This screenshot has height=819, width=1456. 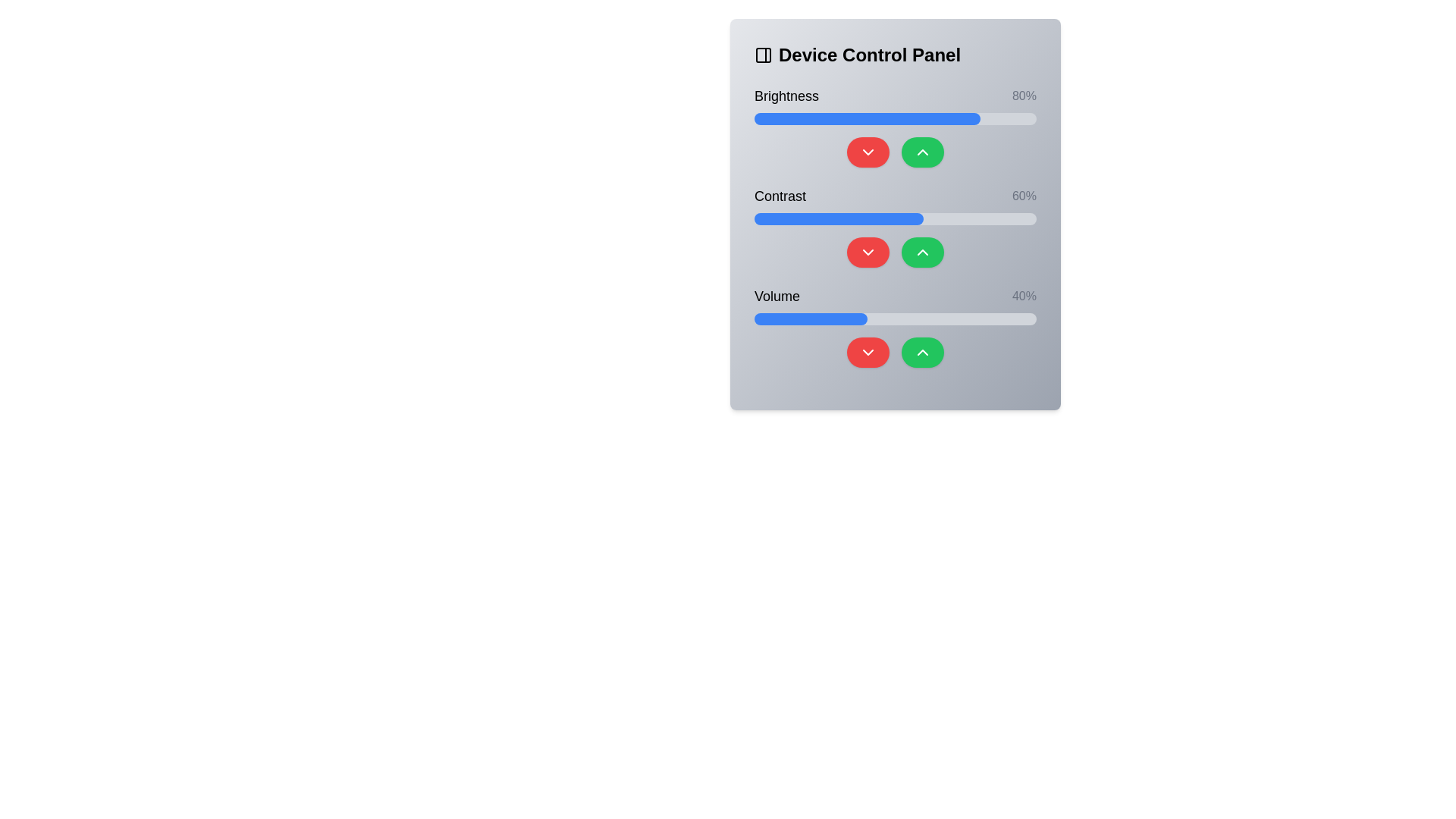 What do you see at coordinates (757, 318) in the screenshot?
I see `the volume` at bounding box center [757, 318].